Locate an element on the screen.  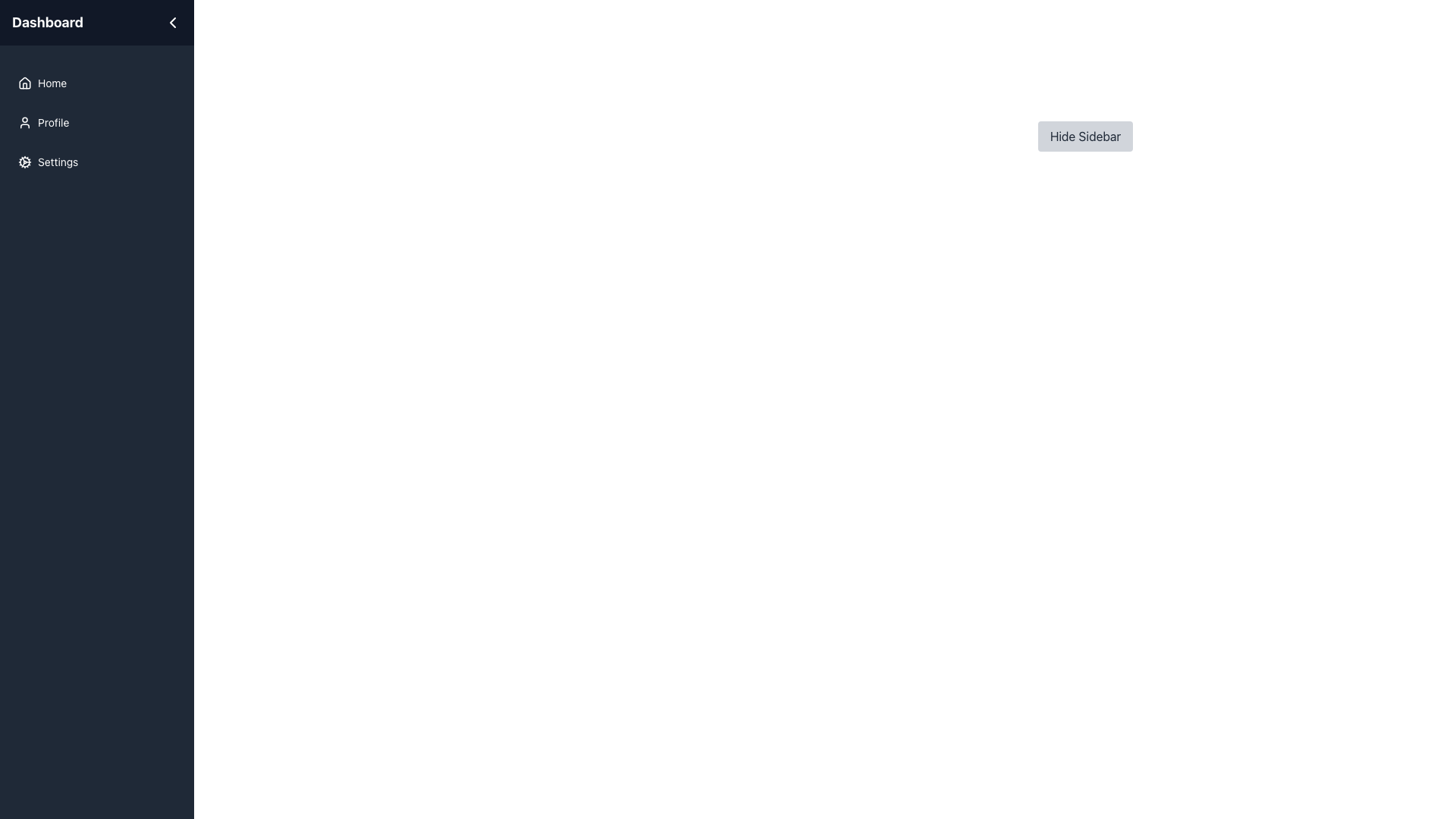
the 'Home' icon located at the top of the vertical navigation menu on the left side of the interface is located at coordinates (25, 82).